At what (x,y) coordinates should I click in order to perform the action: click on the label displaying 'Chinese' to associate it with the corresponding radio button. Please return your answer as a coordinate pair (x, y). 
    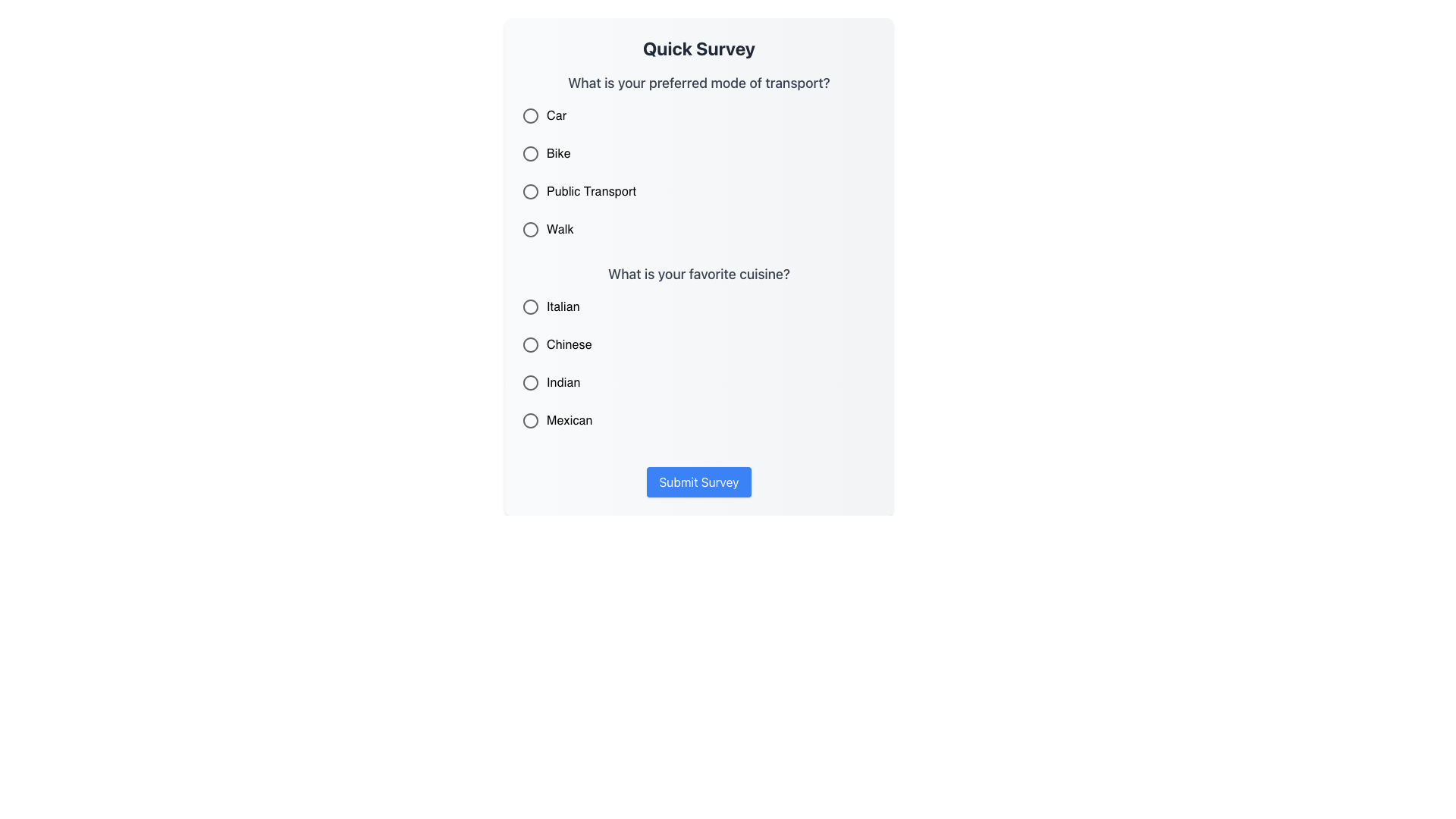
    Looking at the image, I should click on (568, 345).